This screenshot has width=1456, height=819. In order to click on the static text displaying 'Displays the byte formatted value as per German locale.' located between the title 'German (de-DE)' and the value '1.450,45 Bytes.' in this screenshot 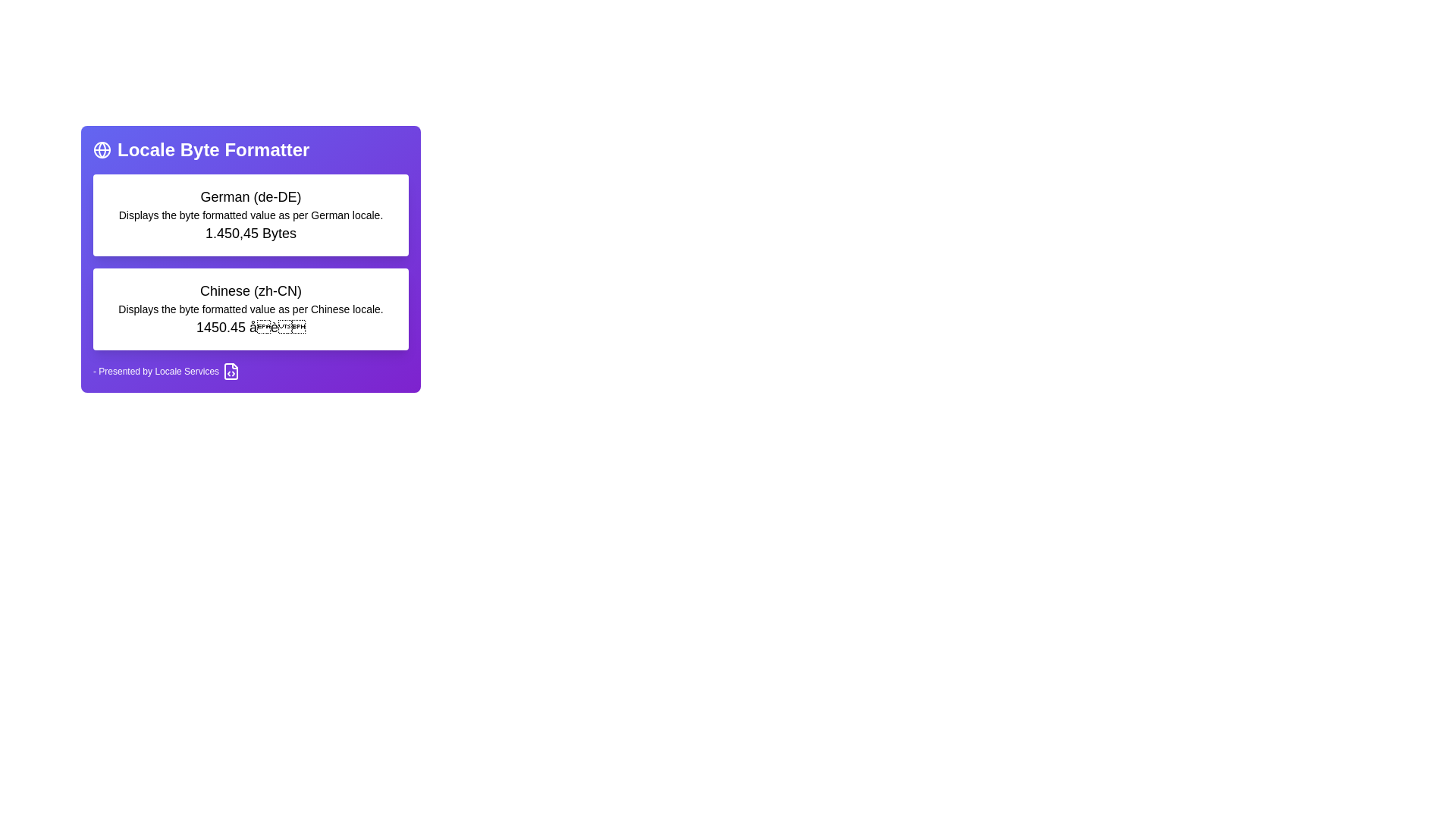, I will do `click(251, 215)`.